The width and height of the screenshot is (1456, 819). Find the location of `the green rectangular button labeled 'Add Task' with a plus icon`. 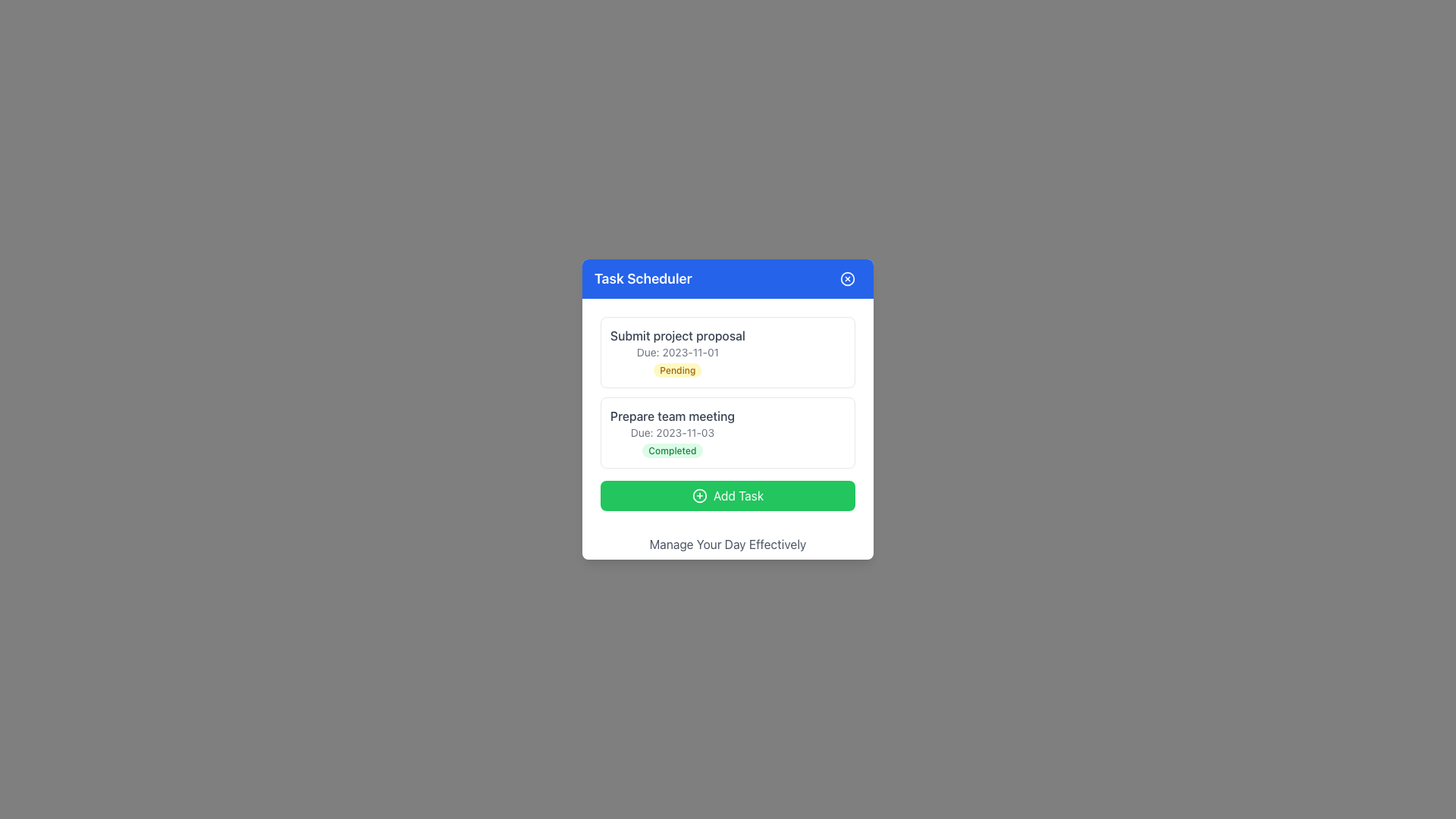

the green rectangular button labeled 'Add Task' with a plus icon is located at coordinates (728, 496).